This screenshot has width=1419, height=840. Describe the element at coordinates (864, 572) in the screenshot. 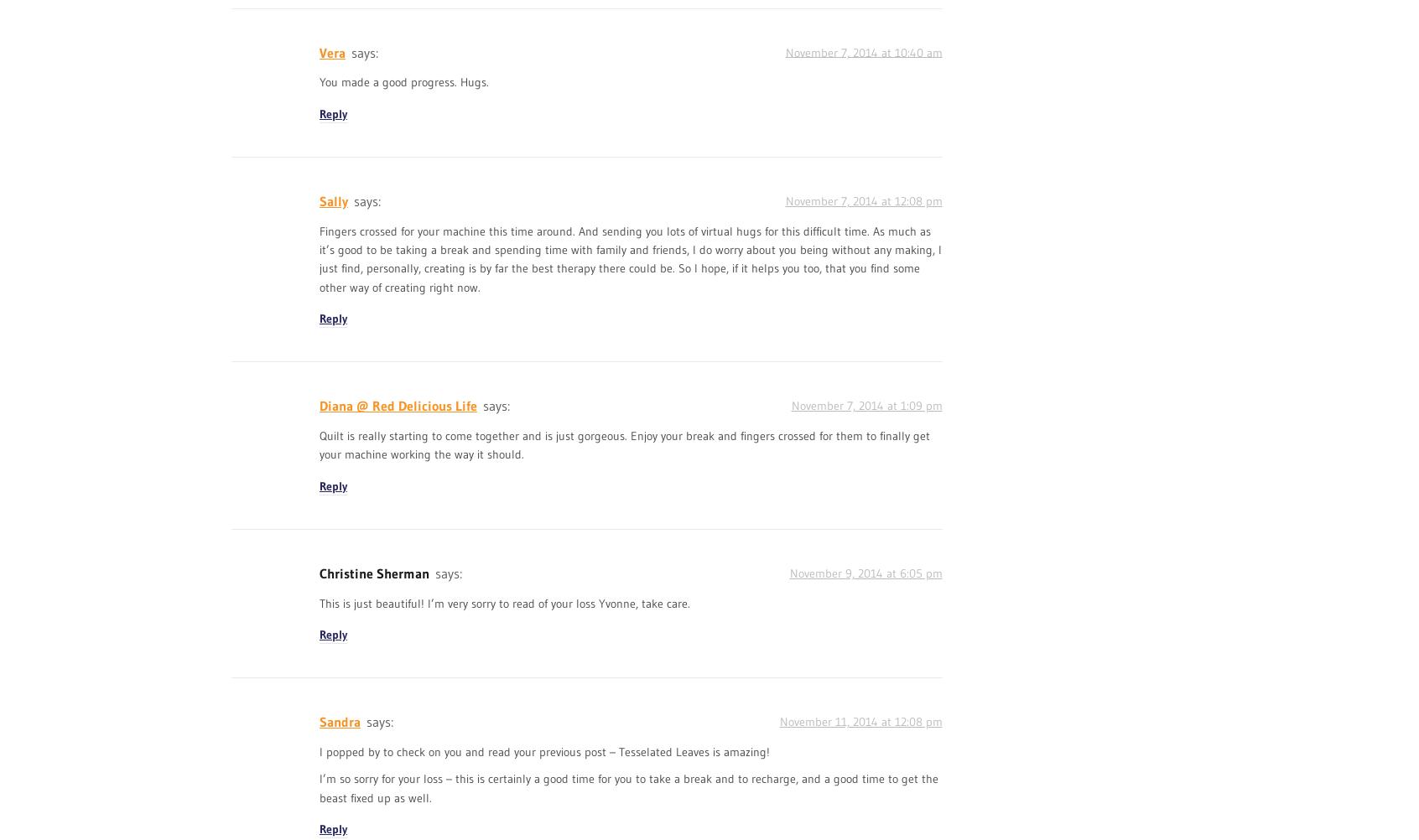

I see `'November 9, 2014 at 6:05 pm'` at that location.